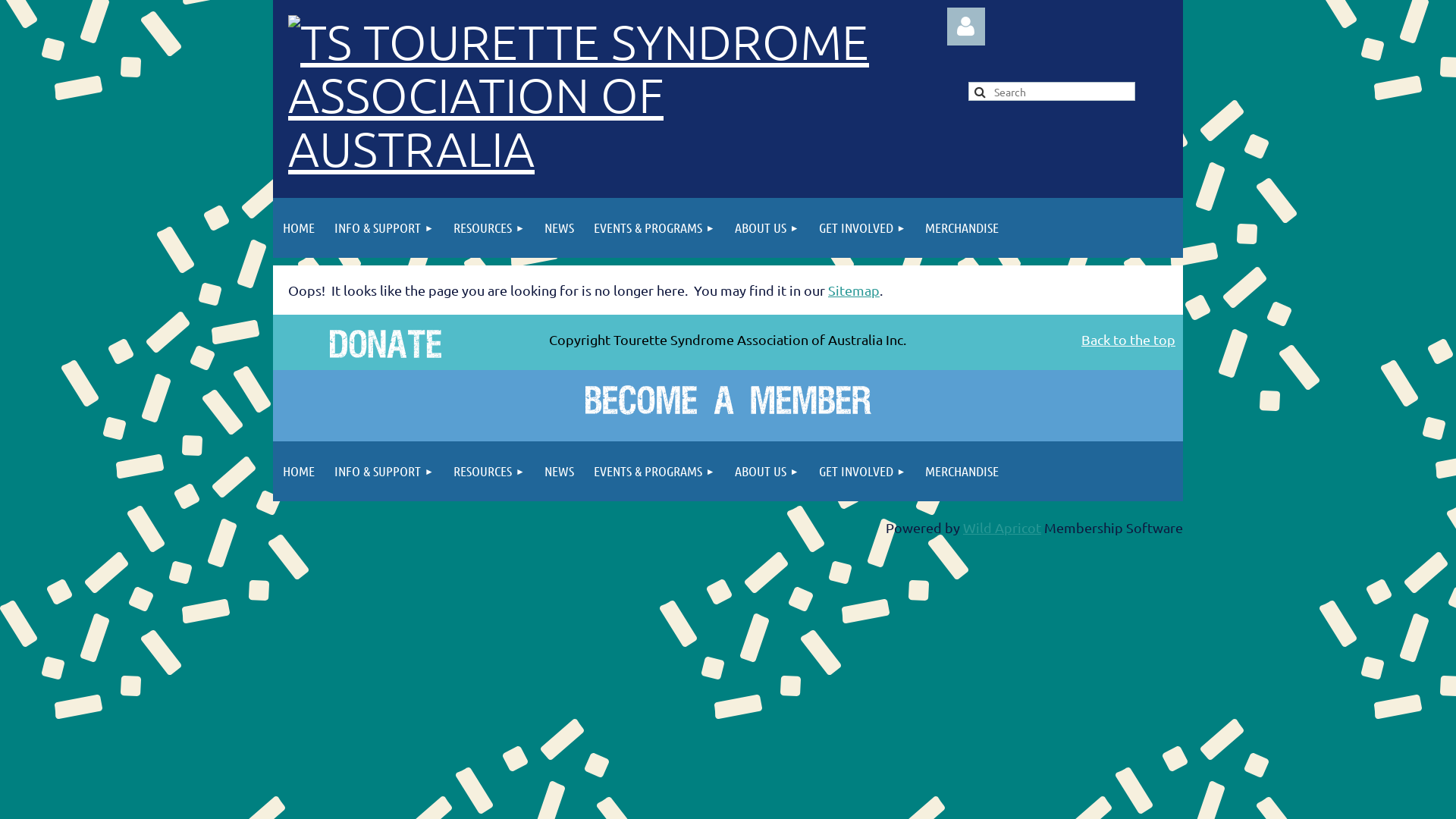  Describe the element at coordinates (582, 227) in the screenshot. I see `'EVENTS & PROGRAMS'` at that location.